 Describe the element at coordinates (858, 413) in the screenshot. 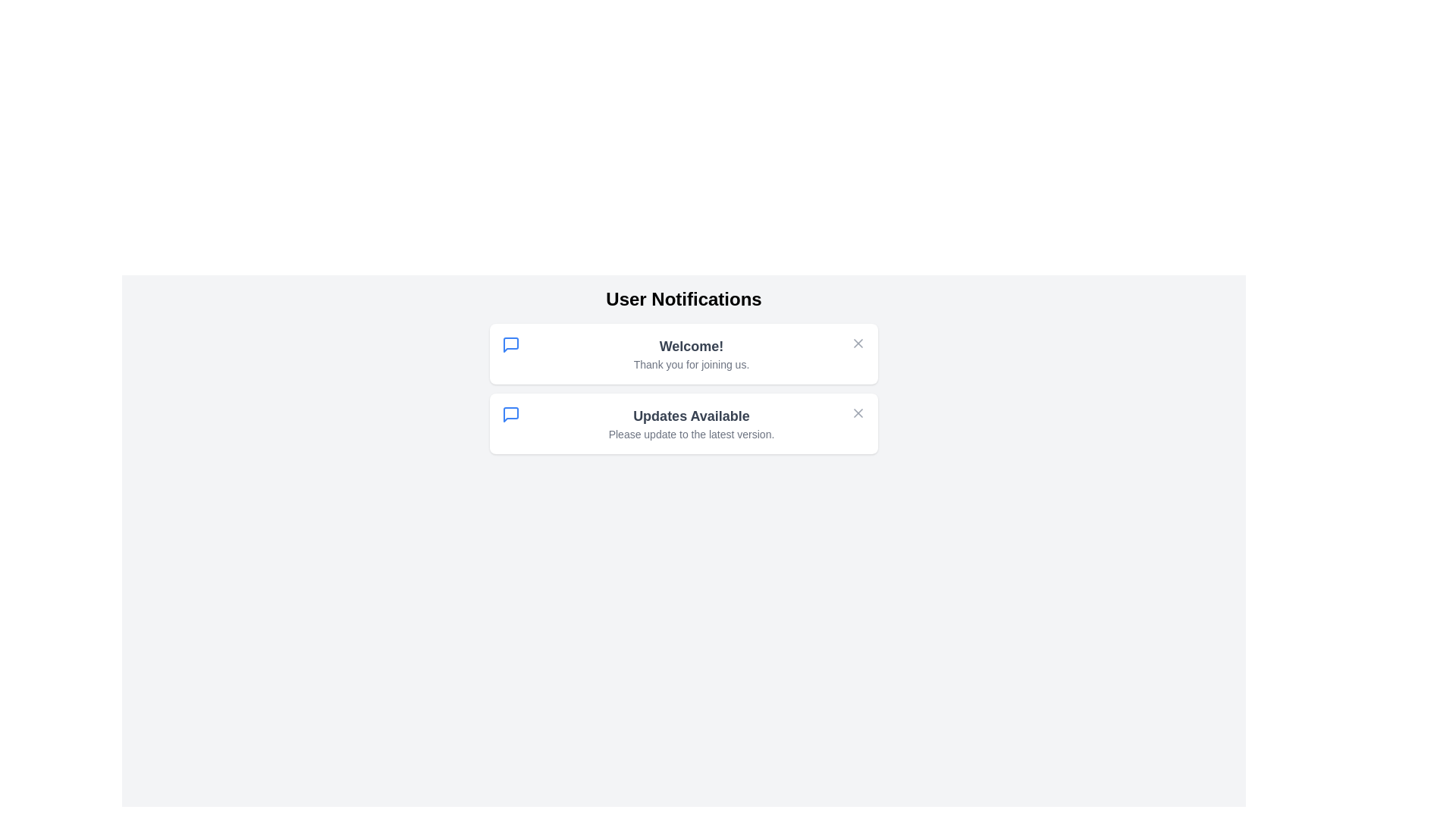

I see `the close icon (an 'X' shape) within the second notification box` at that location.